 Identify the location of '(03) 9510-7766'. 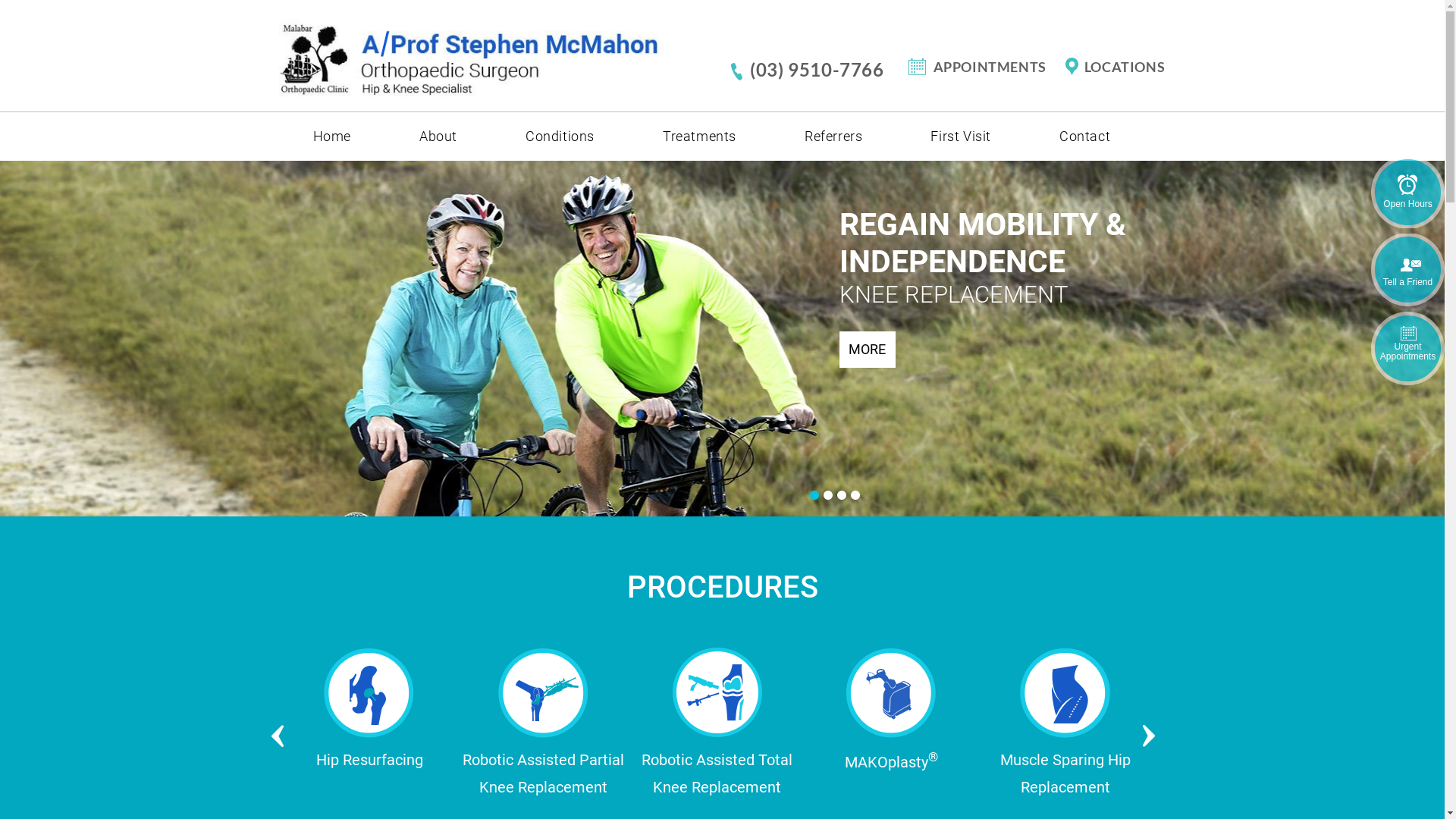
(817, 70).